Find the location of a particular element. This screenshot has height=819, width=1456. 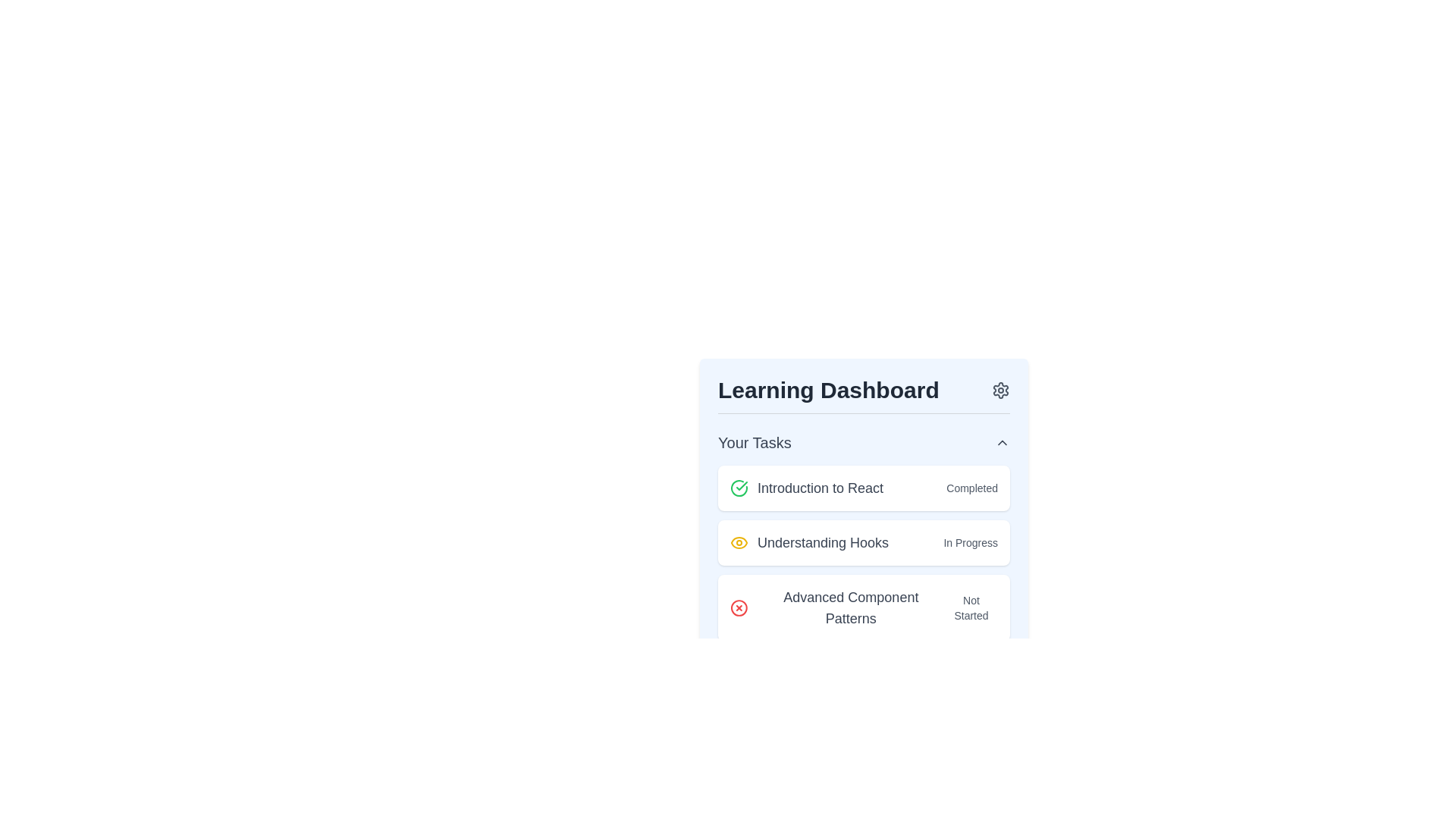

the circular green icon with a white checkmark, which indicates a completed state, located to the left of the text 'Introduction to React' is located at coordinates (739, 488).